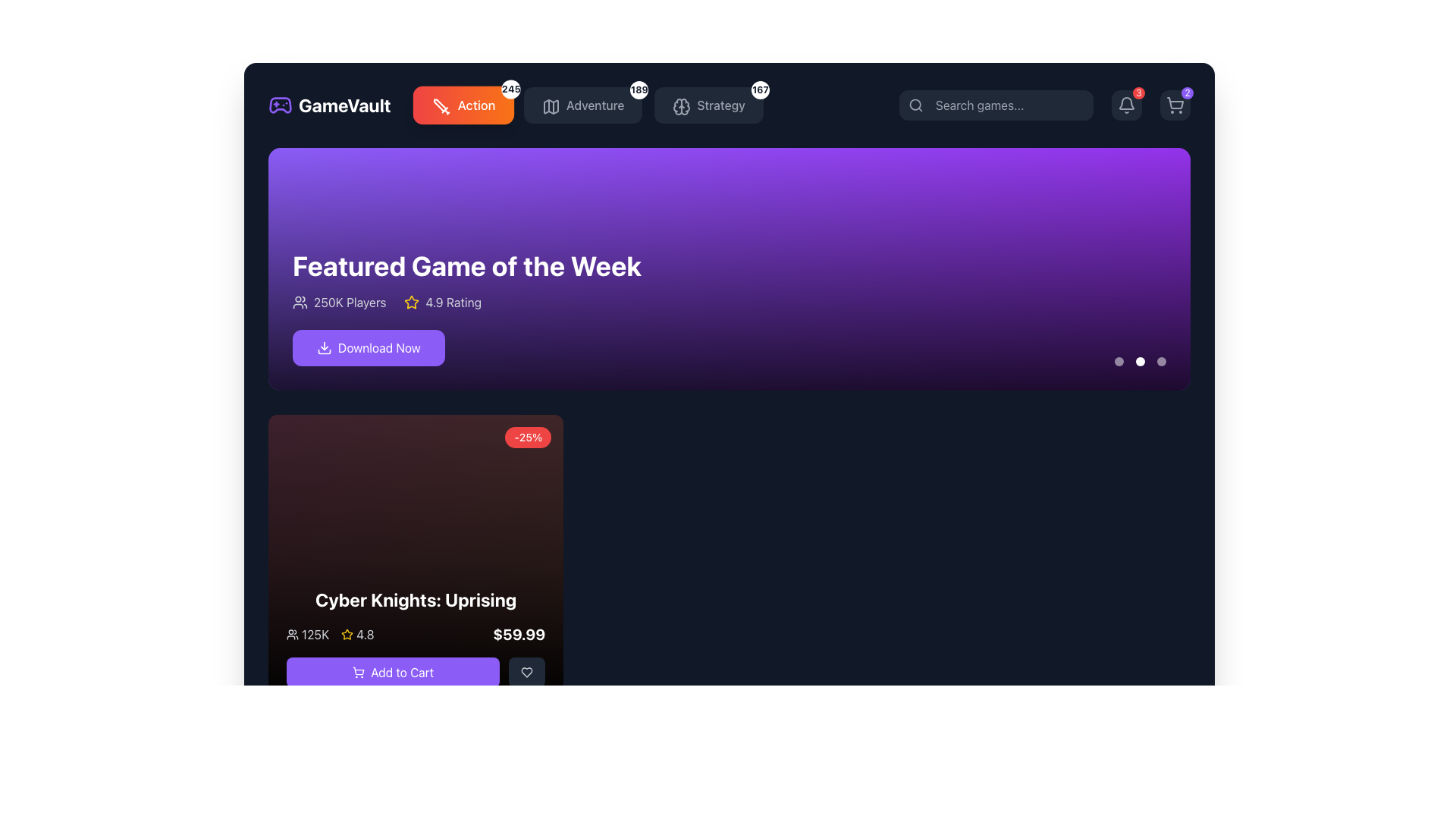  I want to click on the star-shaped icon styled in bright yellow with a black outline, located to the left of the numeric rating '4.8' for the item 'Cyber Knights: Uprising', so click(347, 635).